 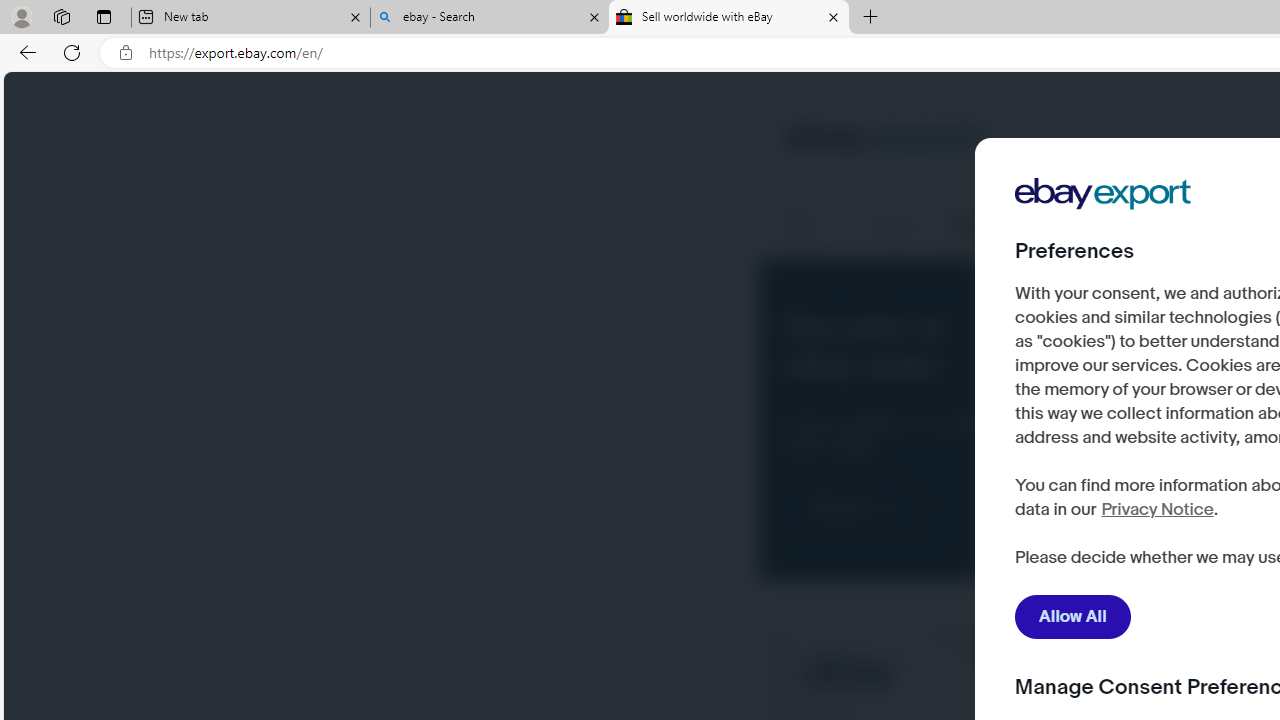 What do you see at coordinates (1157, 509) in the screenshot?
I see `'Privacy Notice'` at bounding box center [1157, 509].